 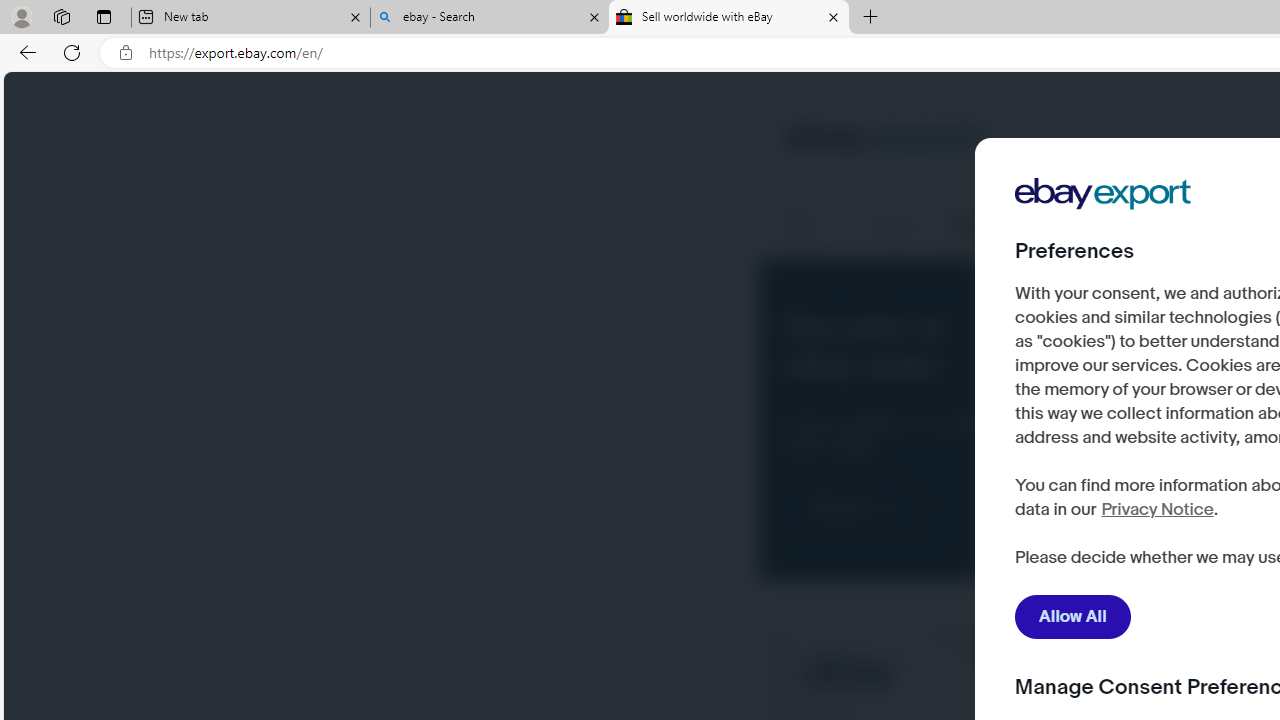 What do you see at coordinates (1157, 509) in the screenshot?
I see `'Privacy Notice'` at bounding box center [1157, 509].